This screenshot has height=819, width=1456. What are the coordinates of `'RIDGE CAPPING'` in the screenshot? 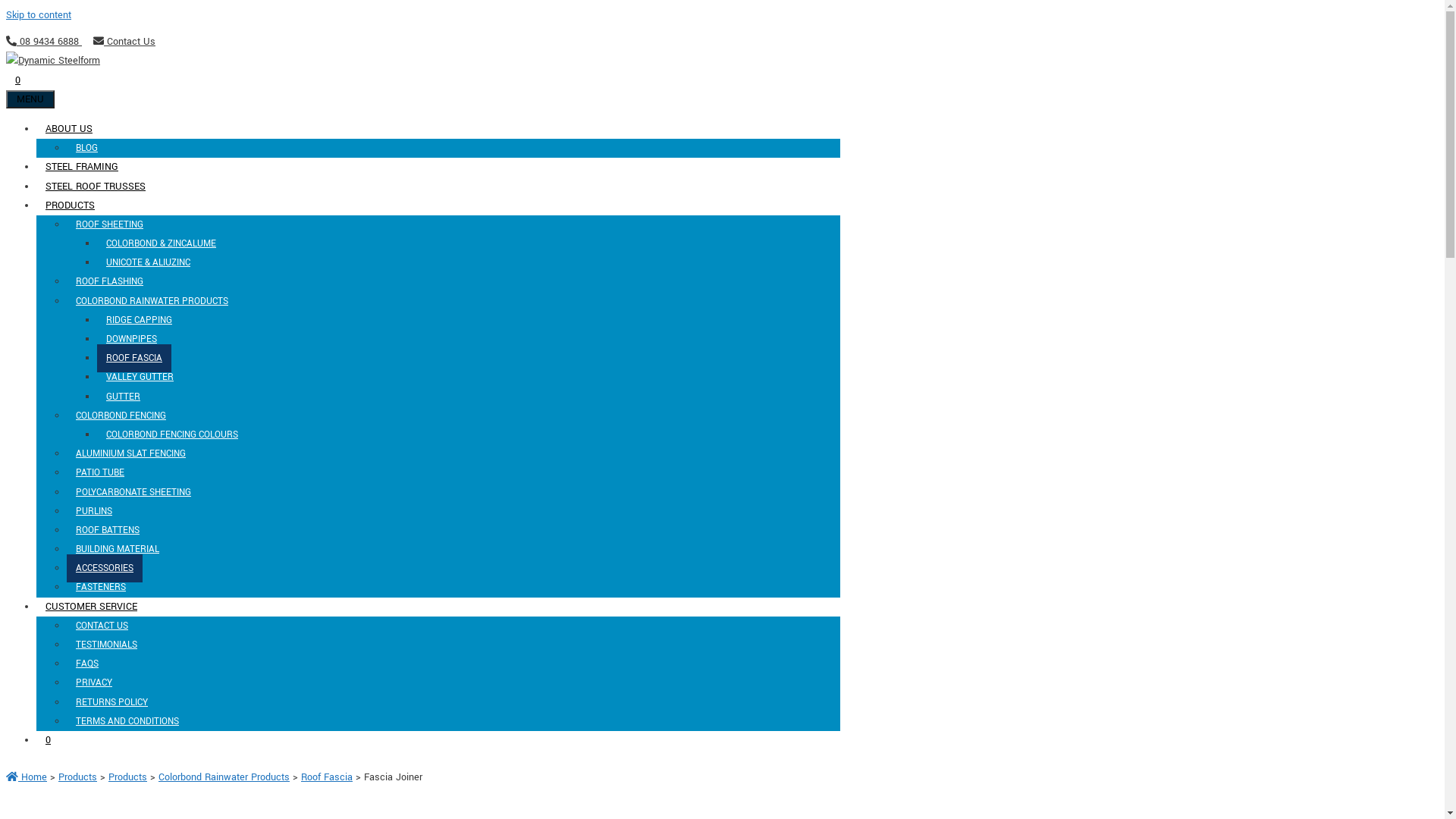 It's located at (139, 319).